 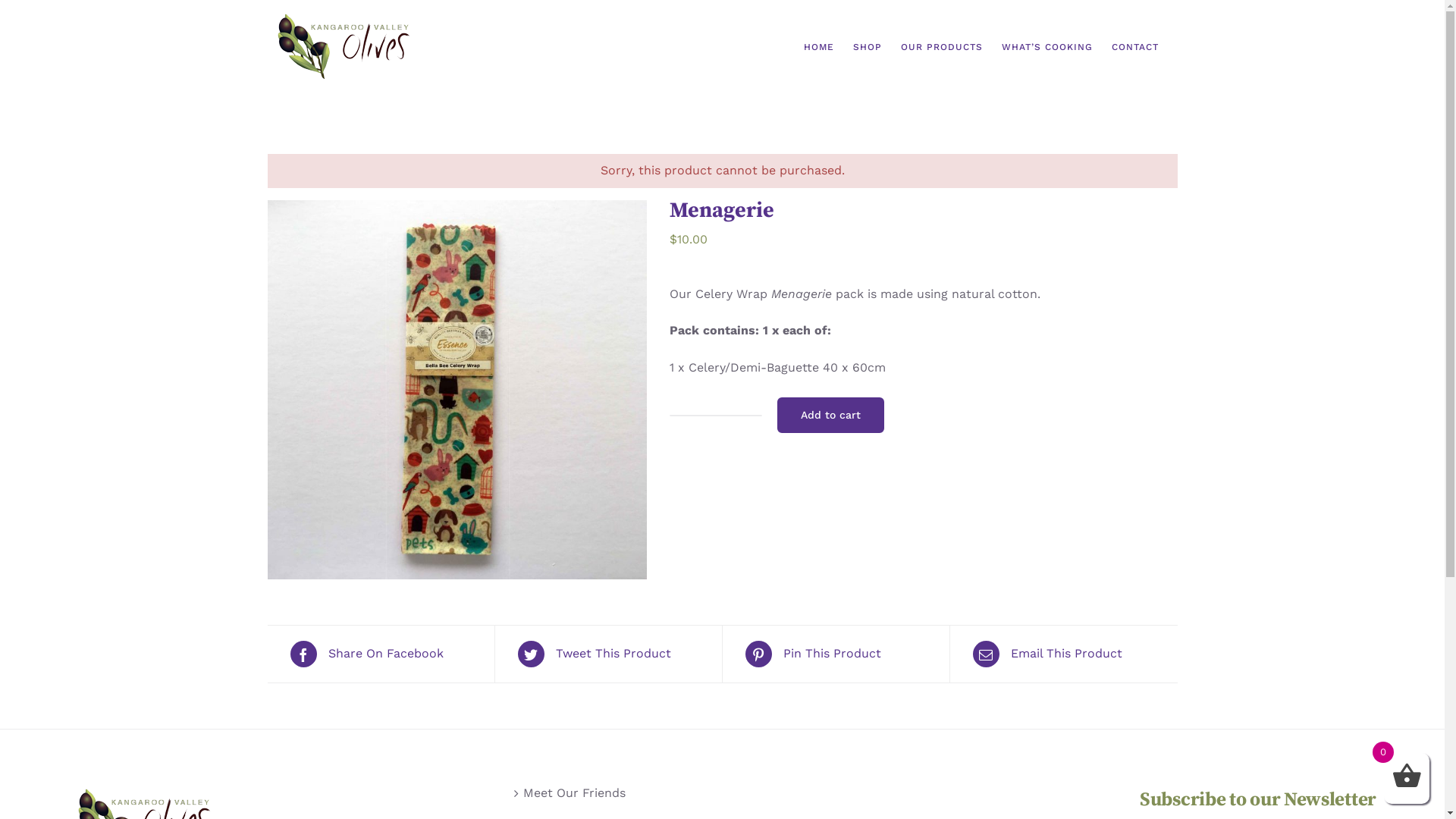 What do you see at coordinates (523, 792) in the screenshot?
I see `'Meet Our Friends'` at bounding box center [523, 792].